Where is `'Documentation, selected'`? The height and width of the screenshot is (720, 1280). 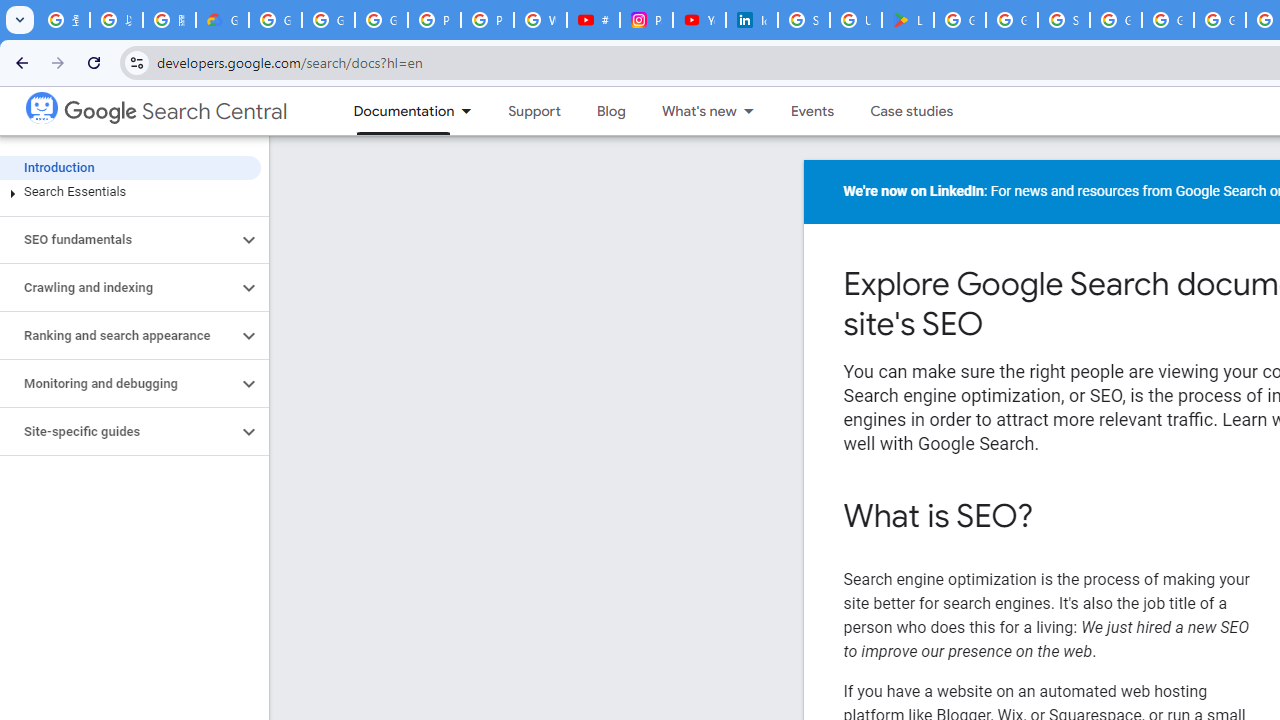 'Documentation, selected' is located at coordinates (394, 111).